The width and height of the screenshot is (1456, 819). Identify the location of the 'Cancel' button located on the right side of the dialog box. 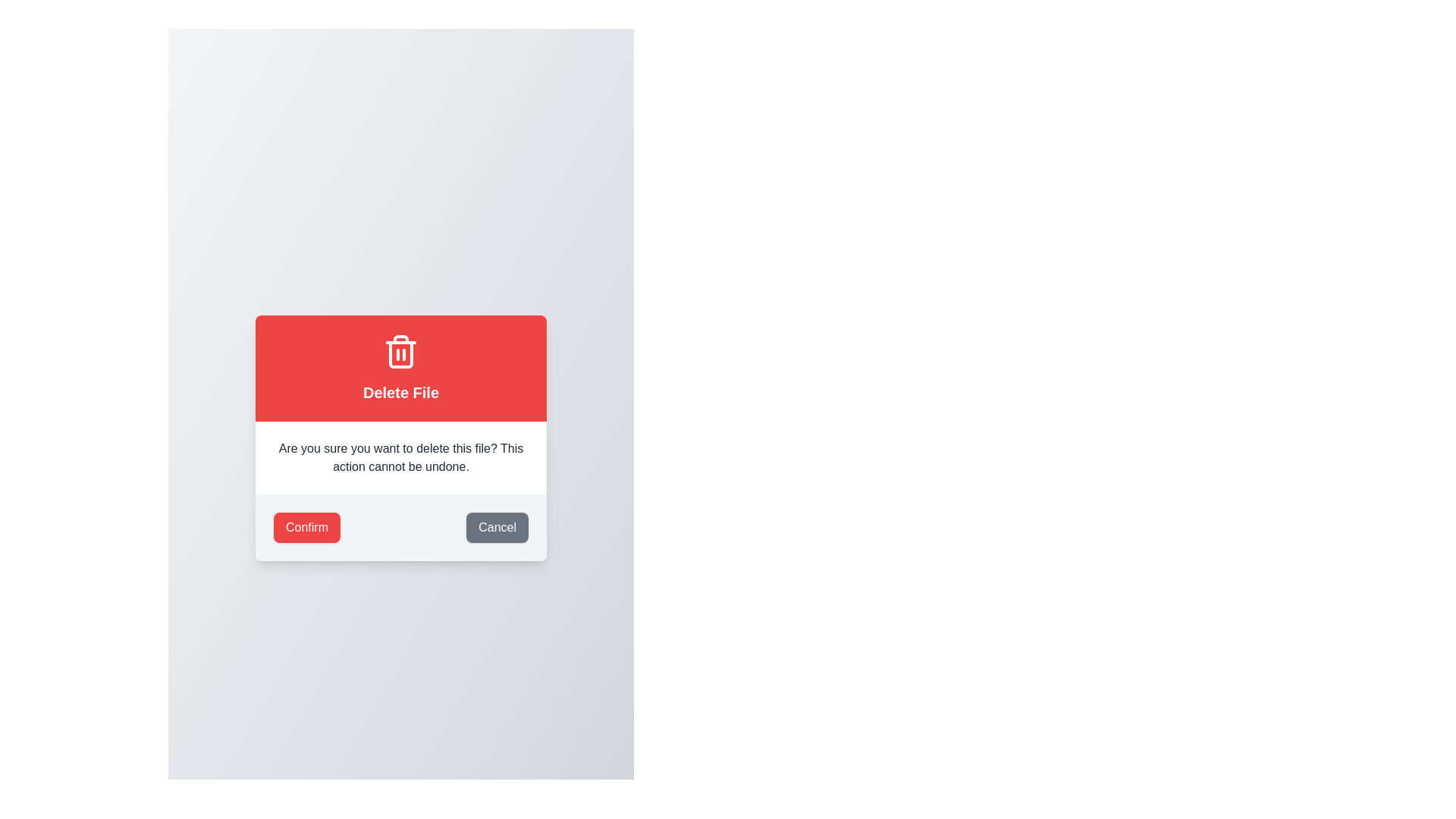
(497, 526).